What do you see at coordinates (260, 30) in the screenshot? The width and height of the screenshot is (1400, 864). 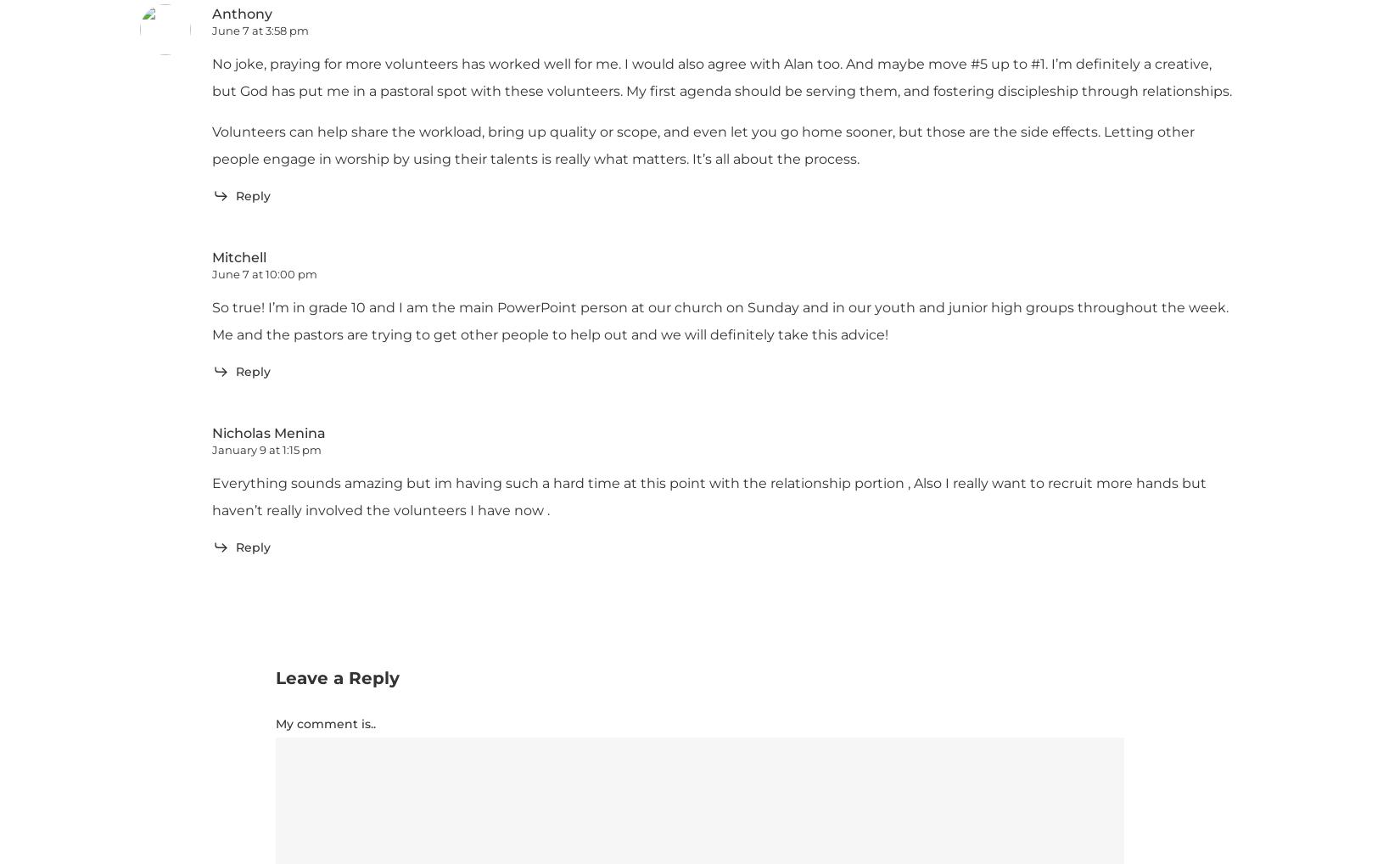 I see `'June 7 at 3:58 pm'` at bounding box center [260, 30].